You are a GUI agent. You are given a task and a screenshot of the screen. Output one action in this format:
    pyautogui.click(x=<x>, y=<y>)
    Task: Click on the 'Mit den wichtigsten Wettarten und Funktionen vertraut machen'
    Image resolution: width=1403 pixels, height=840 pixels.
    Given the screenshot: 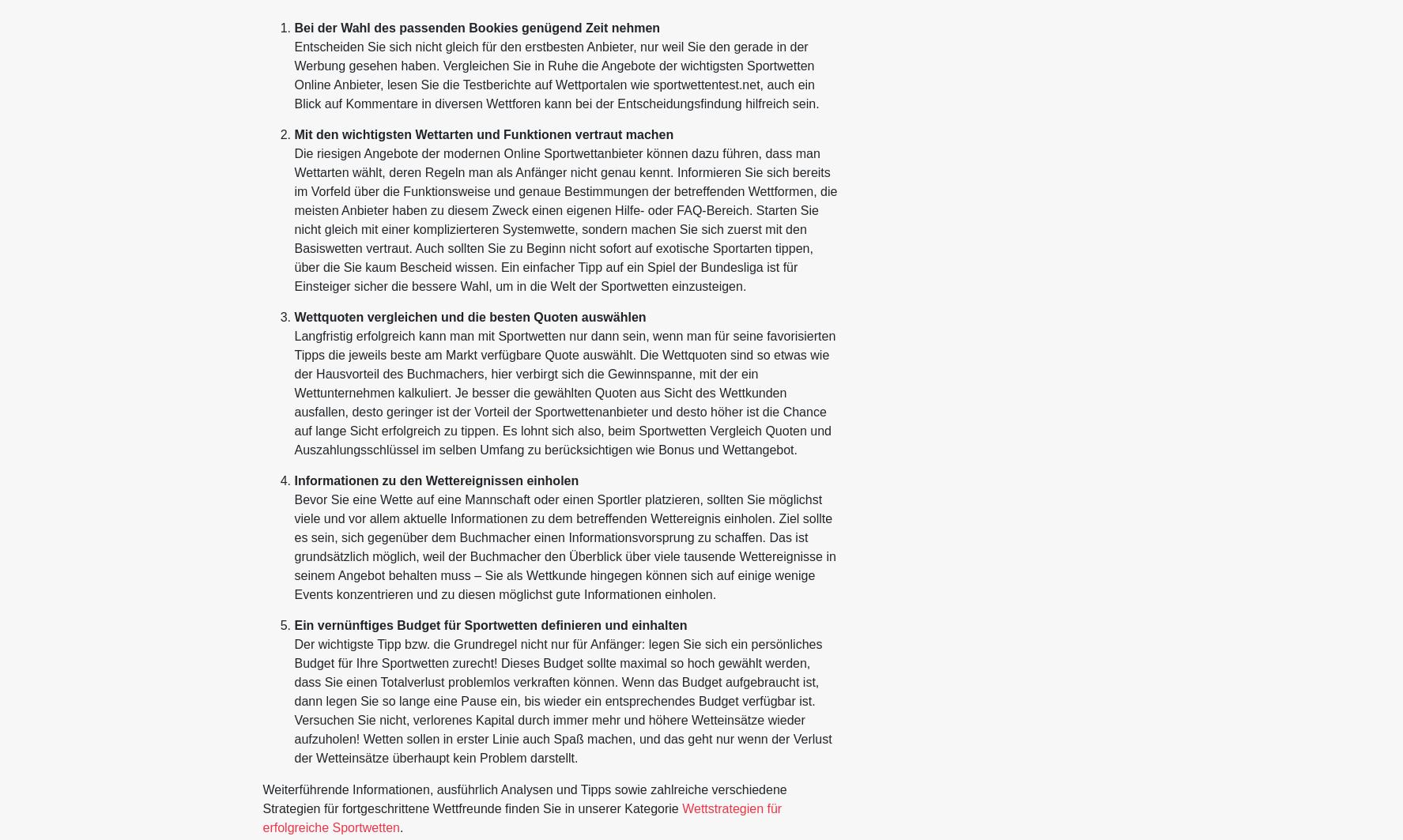 What is the action you would take?
    pyautogui.click(x=484, y=134)
    